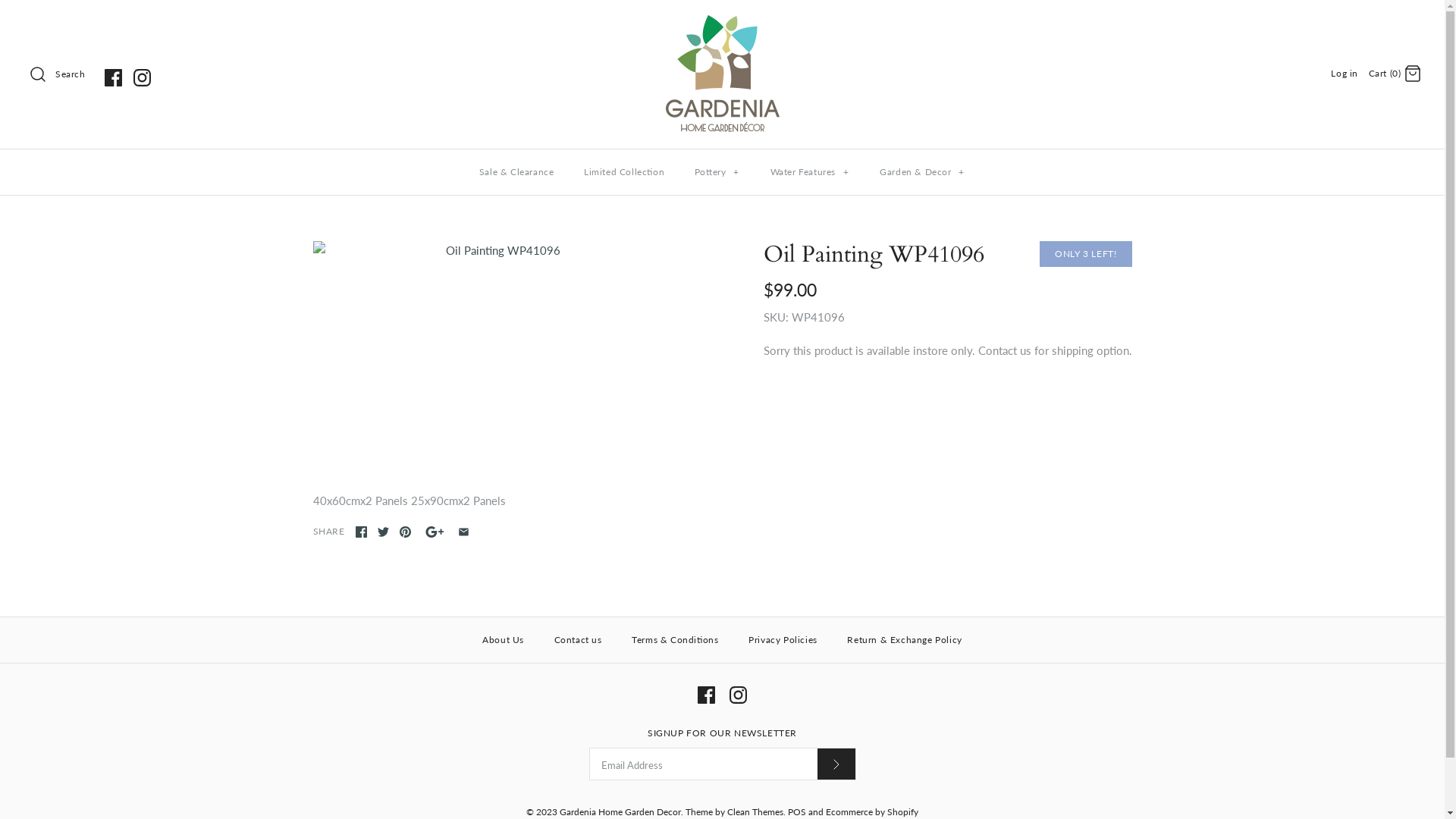 The image size is (1456, 819). What do you see at coordinates (716, 171) in the screenshot?
I see `'Pottery +'` at bounding box center [716, 171].